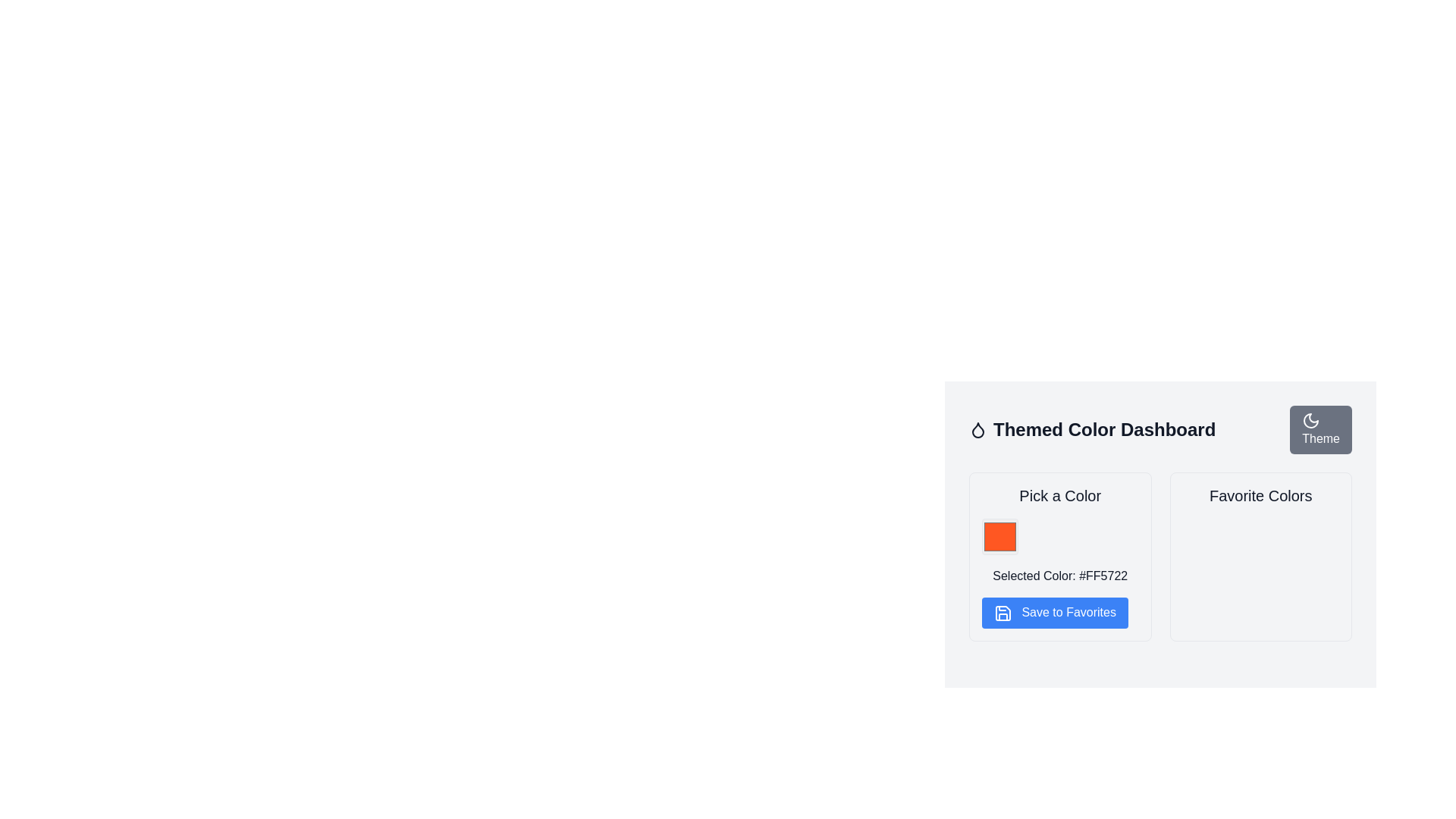 This screenshot has width=1456, height=819. What do you see at coordinates (1310, 421) in the screenshot?
I see `the crescent moon icon within the 'Theme' button located in the top-right corner of the interface` at bounding box center [1310, 421].